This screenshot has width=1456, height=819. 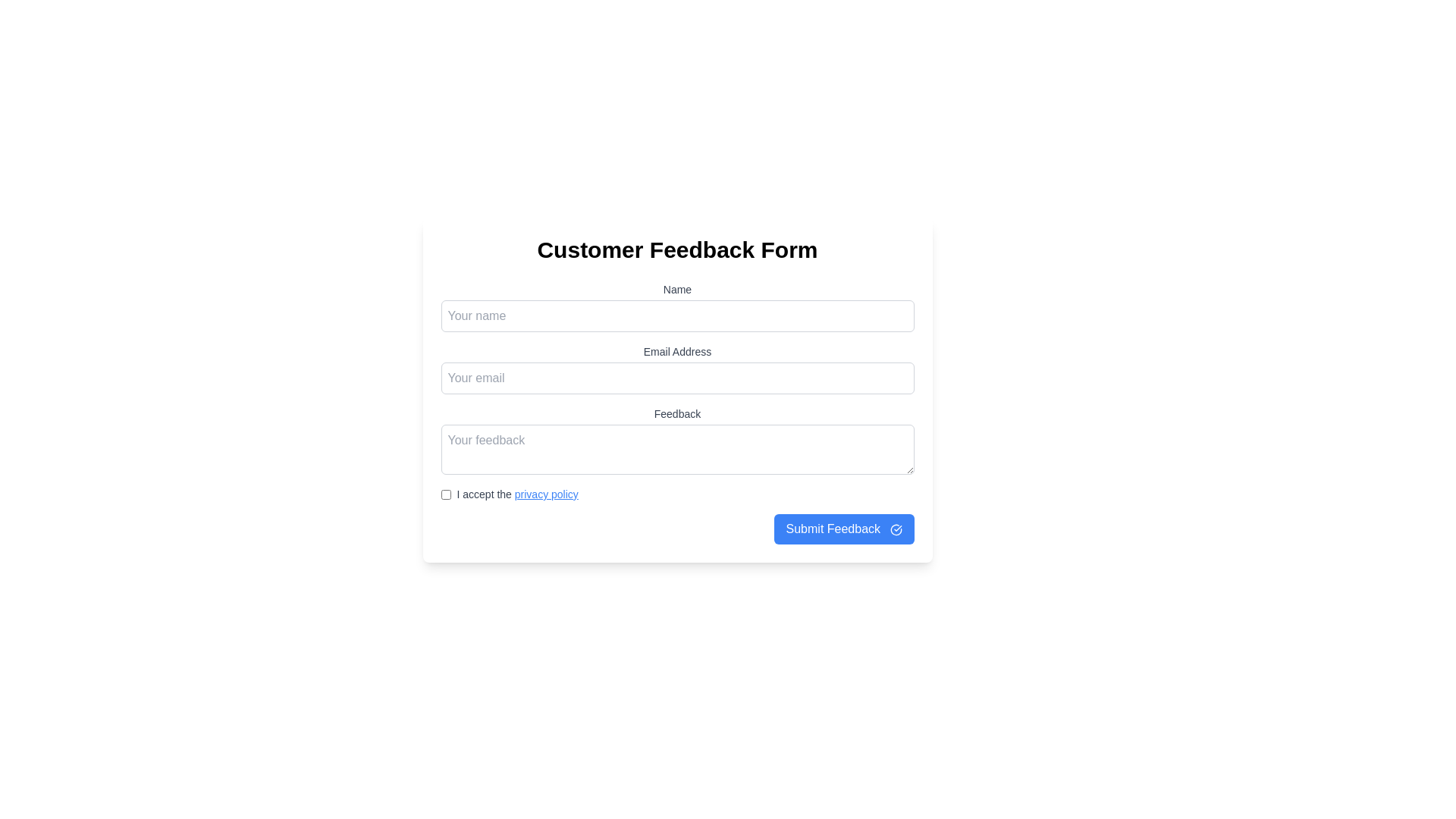 I want to click on label text that serves as a title for the feedback text input field located directly above it, so click(x=676, y=414).